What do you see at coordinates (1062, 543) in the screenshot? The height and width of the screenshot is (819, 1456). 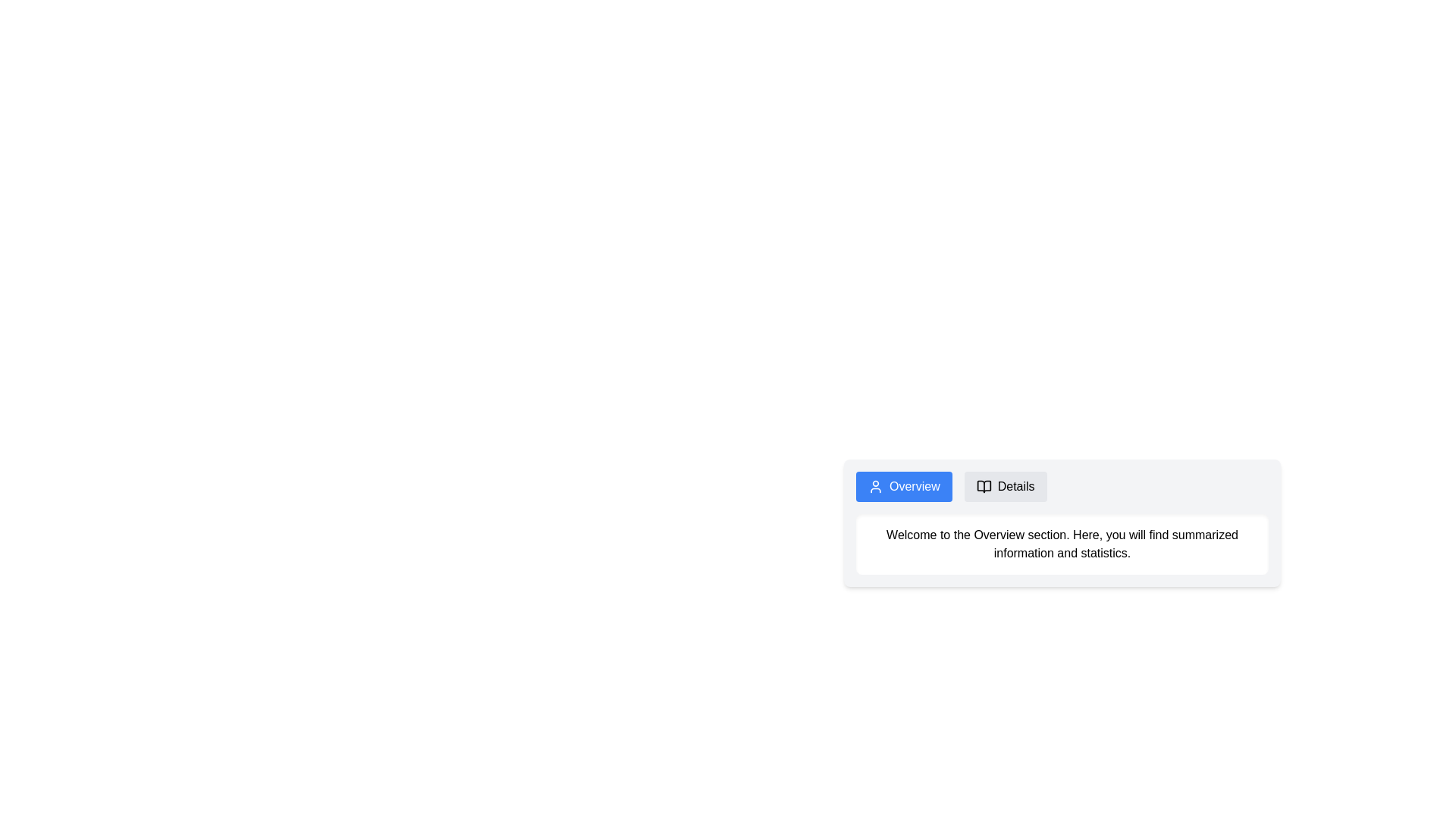 I see `the Text block element that contains the sentence 'Welcome to the Overview section. Here, you will find summarized information and statistics.'` at bounding box center [1062, 543].